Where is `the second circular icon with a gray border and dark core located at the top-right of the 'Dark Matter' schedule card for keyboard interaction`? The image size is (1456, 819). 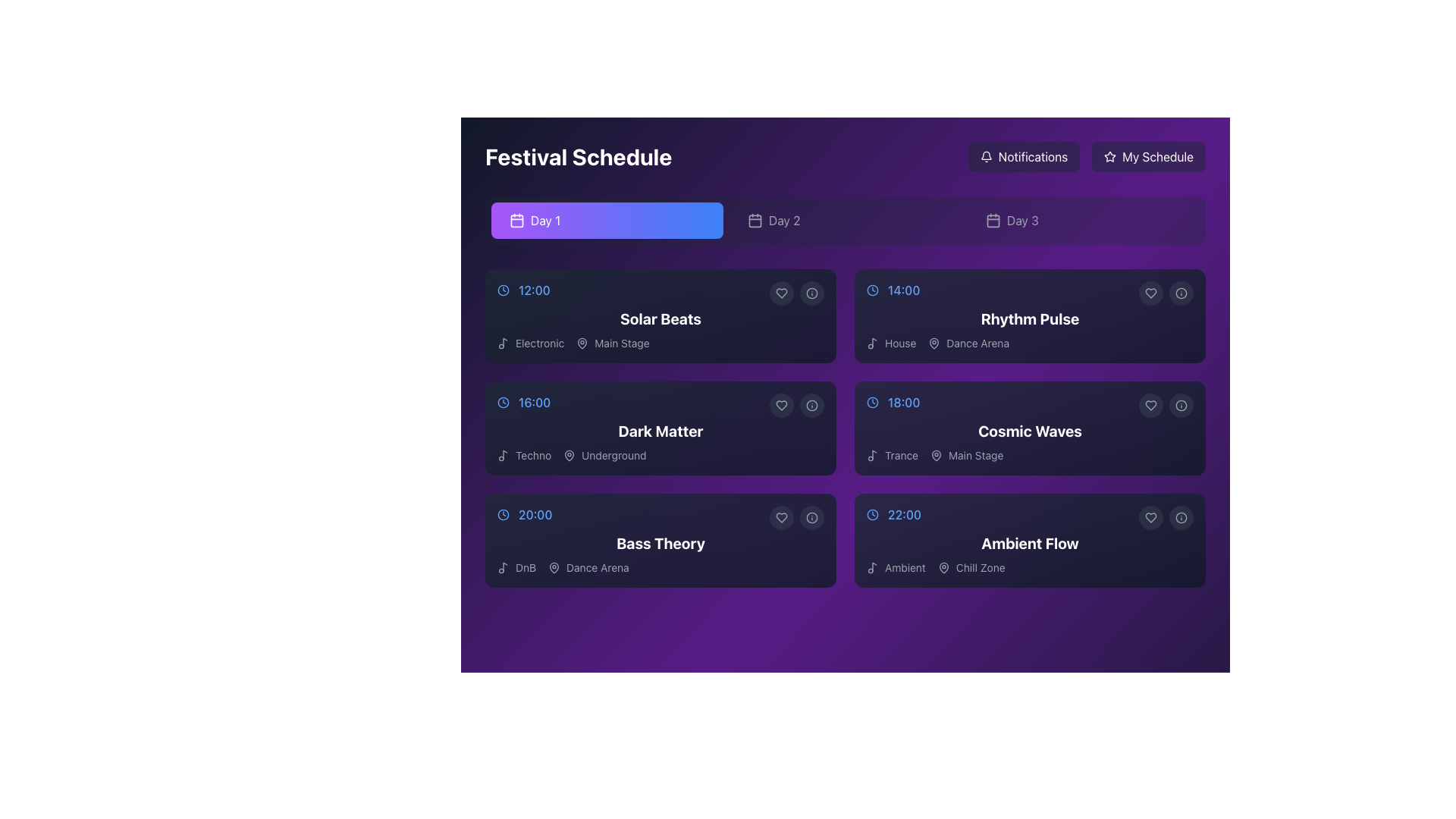 the second circular icon with a gray border and dark core located at the top-right of the 'Dark Matter' schedule card for keyboard interaction is located at coordinates (811, 405).